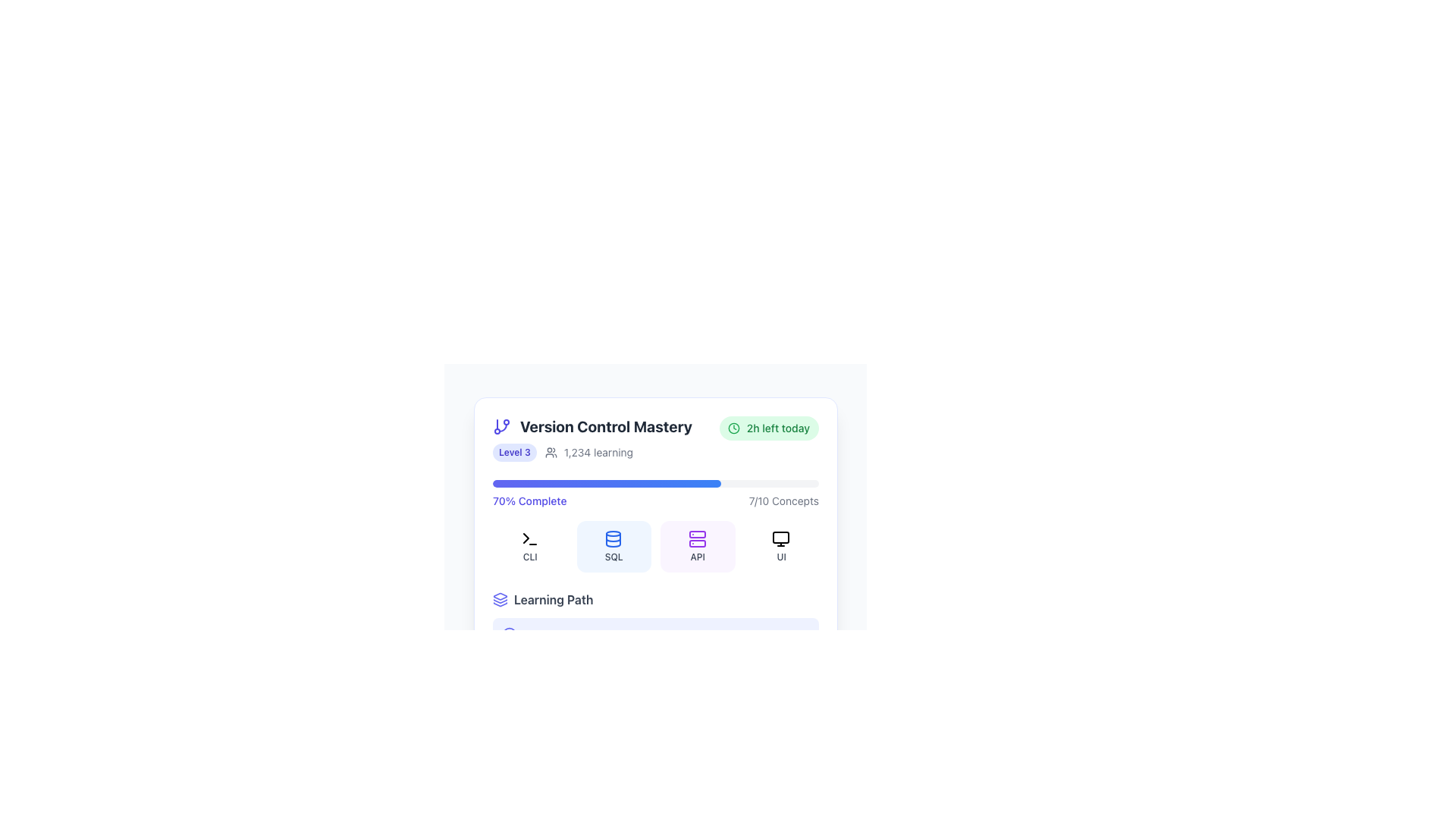 This screenshot has height=819, width=1456. I want to click on the non-interactive Text Label that indicates the progress percentage completion of a task, located at the top-left corner of the progress display, so click(529, 500).